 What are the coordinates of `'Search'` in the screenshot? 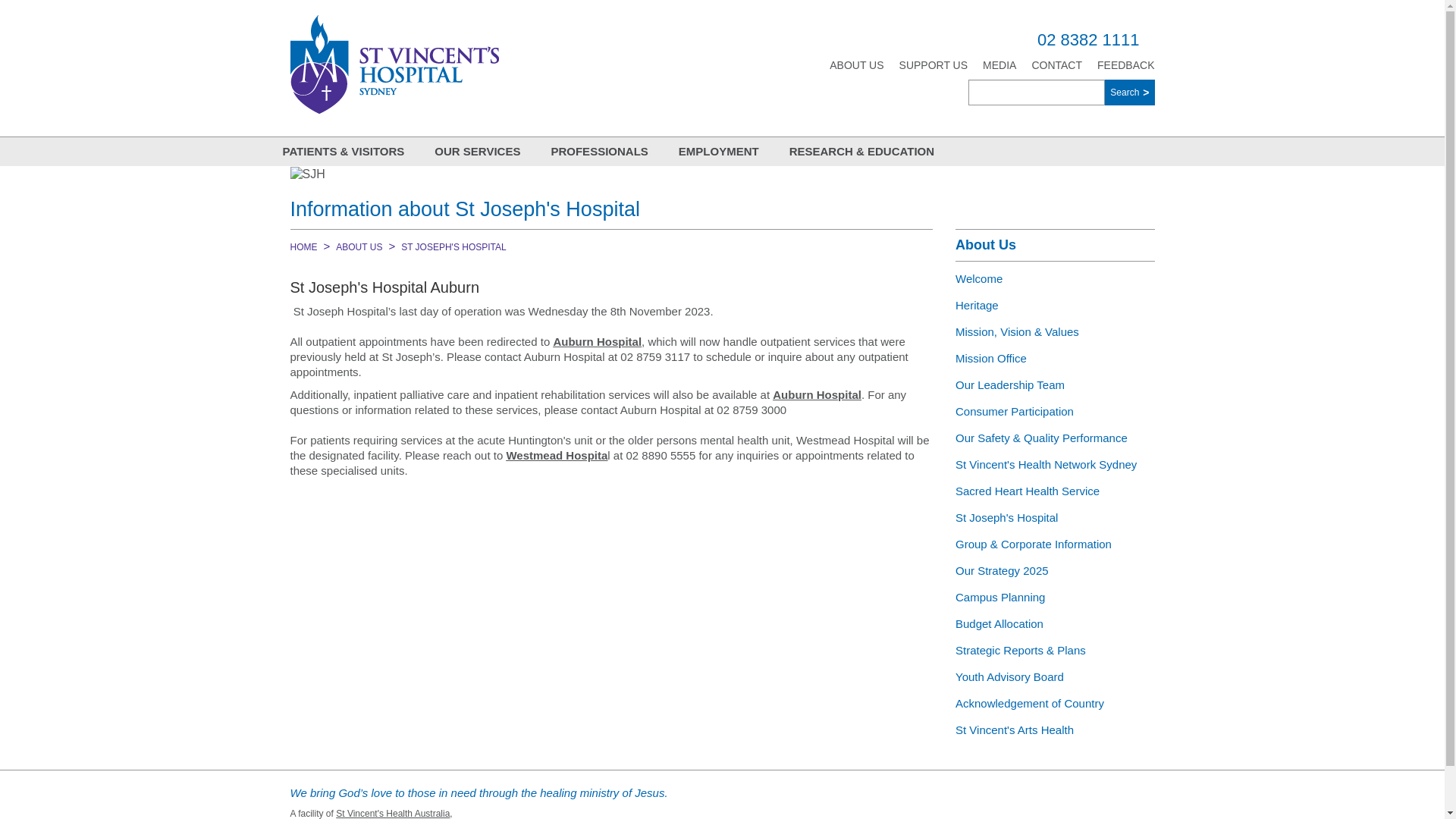 It's located at (1129, 93).